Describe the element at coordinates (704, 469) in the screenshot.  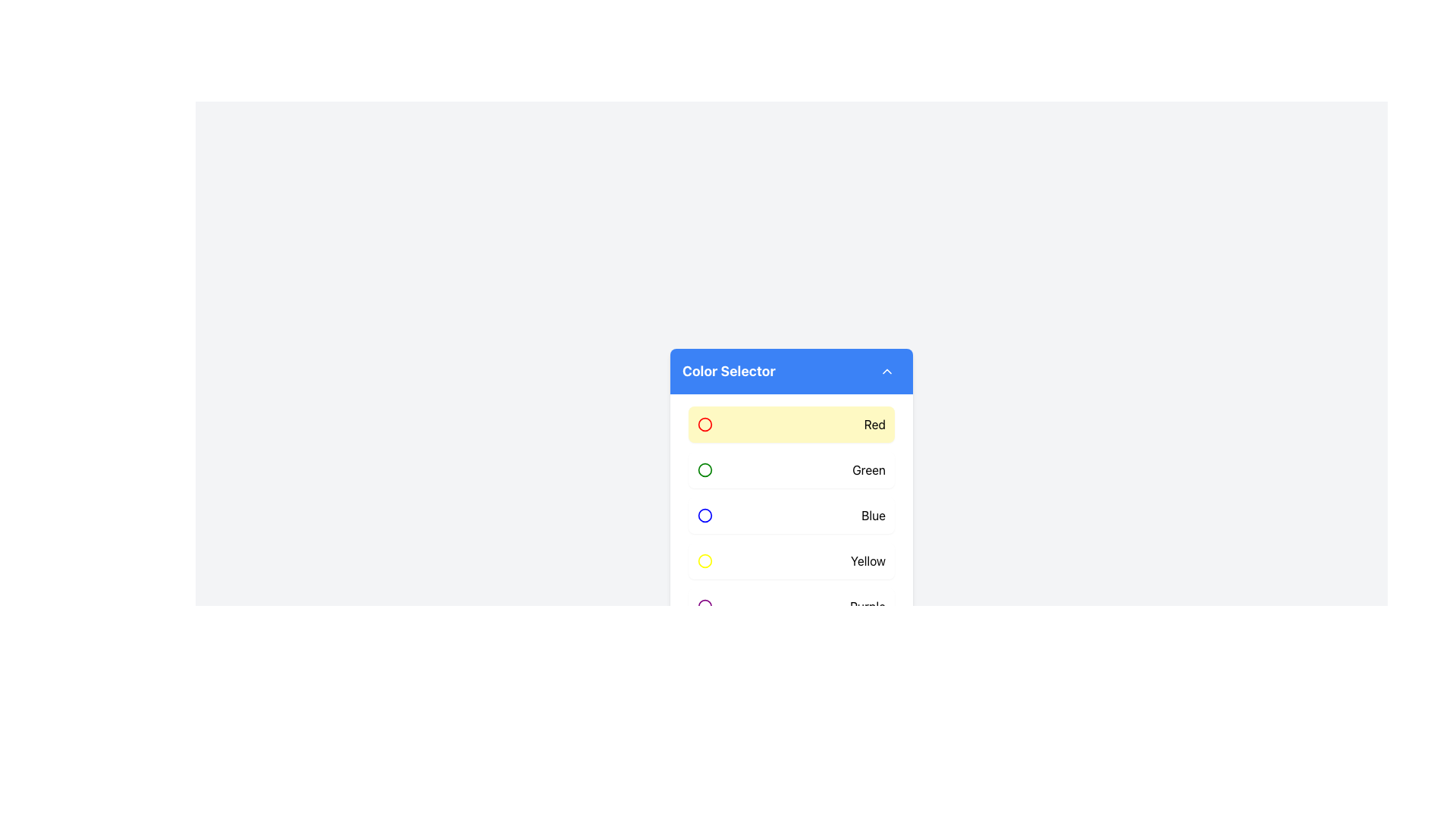
I see `the green circular outline icon in the 'Green' row of the color options` at that location.